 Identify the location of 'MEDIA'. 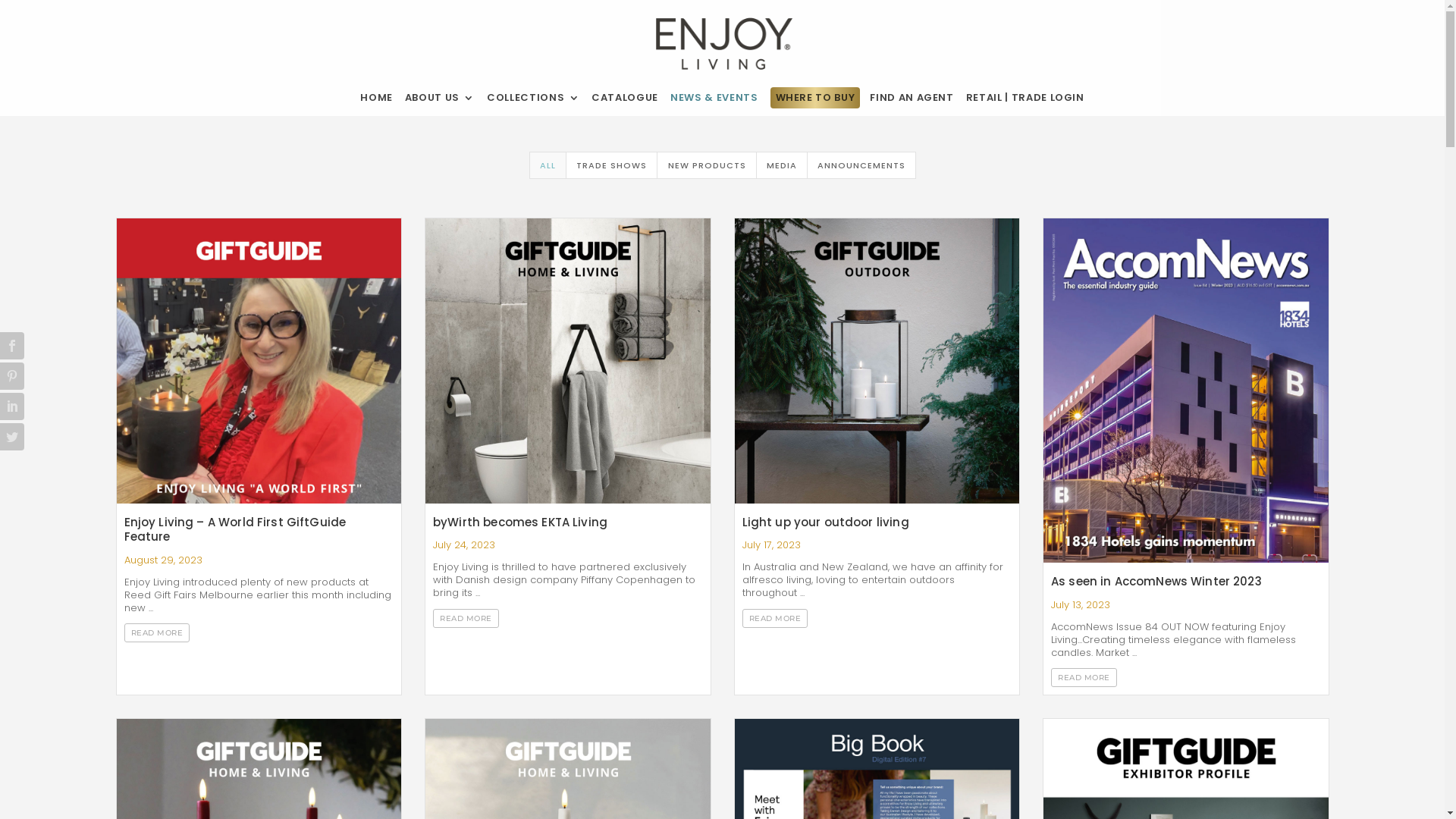
(782, 165).